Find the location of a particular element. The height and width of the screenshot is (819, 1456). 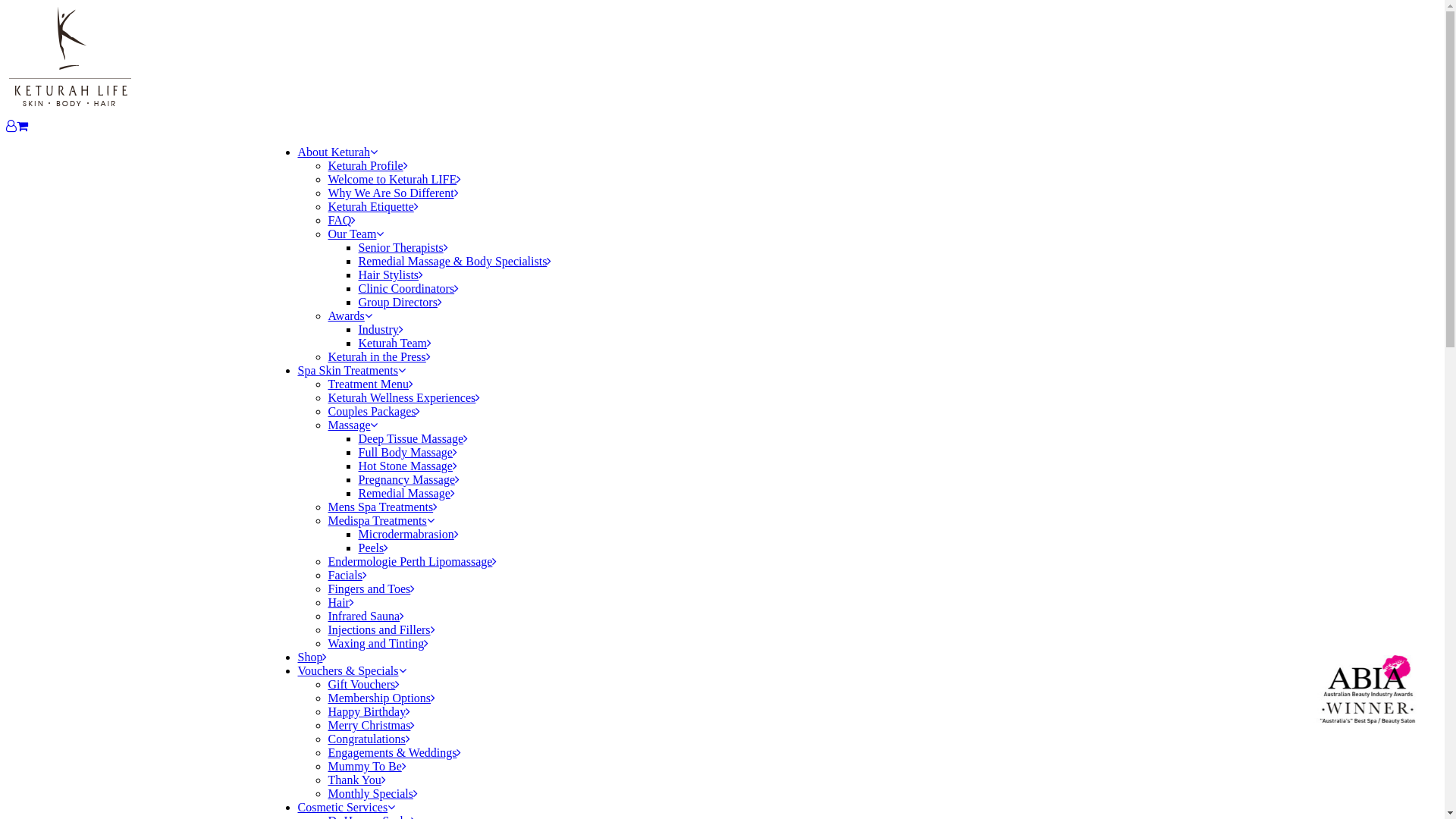

'Our Team' is located at coordinates (355, 234).